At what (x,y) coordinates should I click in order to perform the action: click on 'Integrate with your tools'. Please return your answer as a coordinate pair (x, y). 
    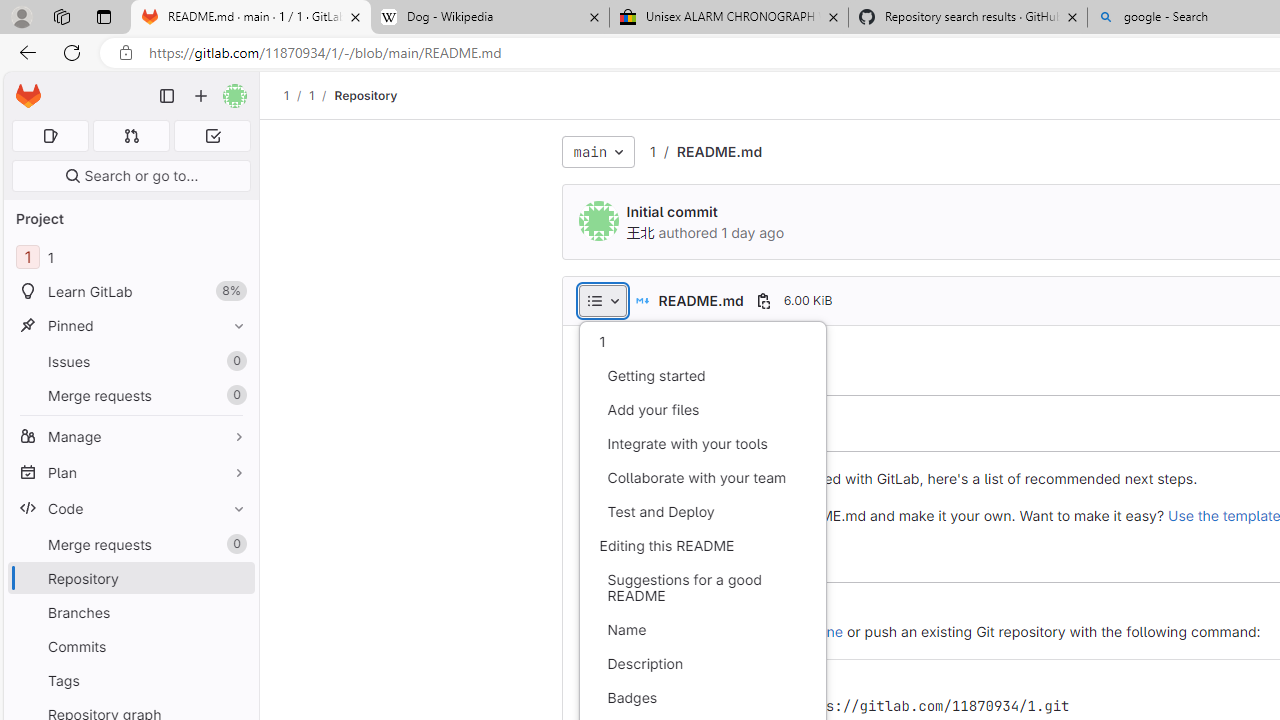
    Looking at the image, I should click on (702, 442).